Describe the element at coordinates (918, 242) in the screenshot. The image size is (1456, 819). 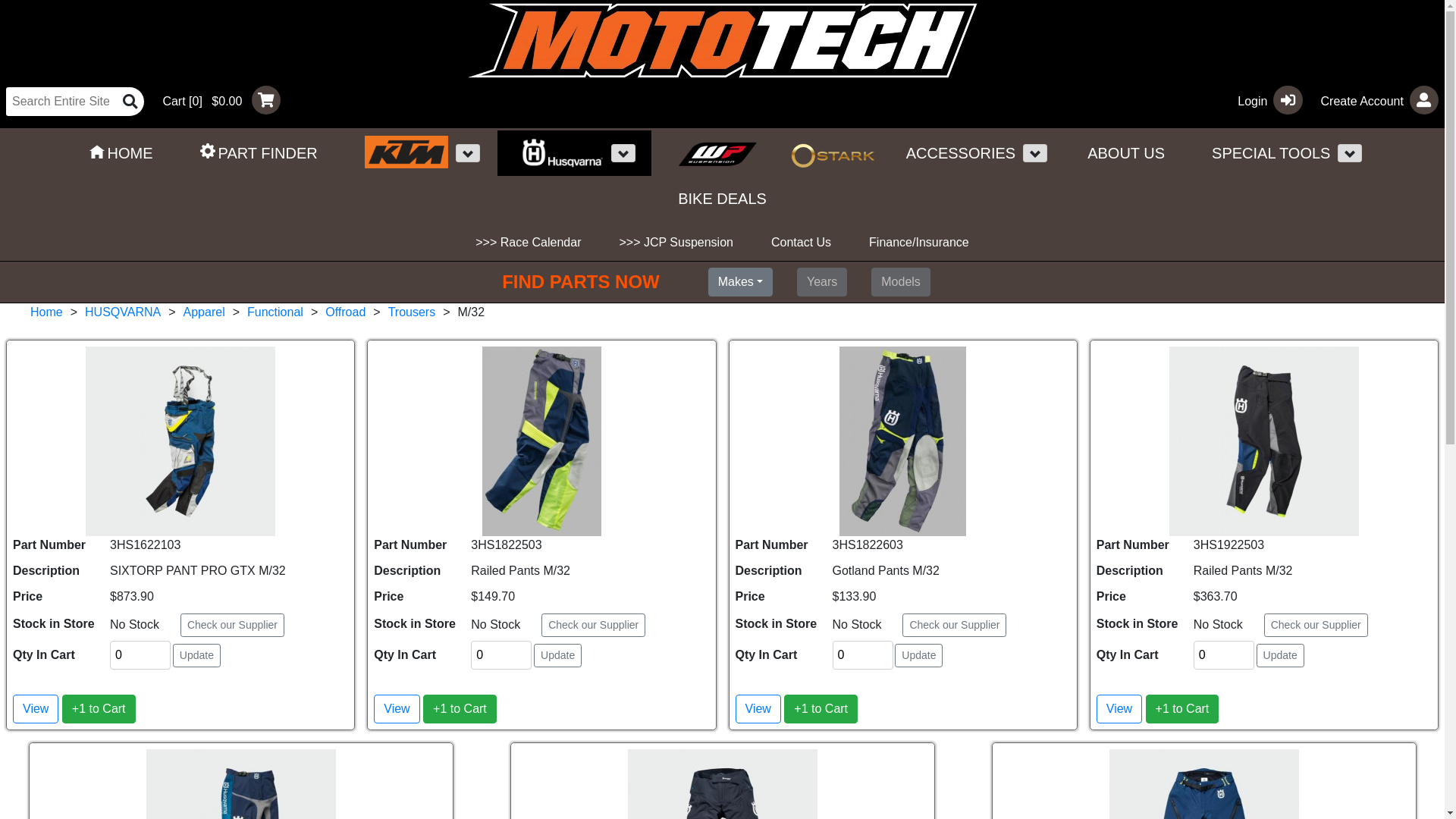
I see `'Finance/Insurance'` at that location.